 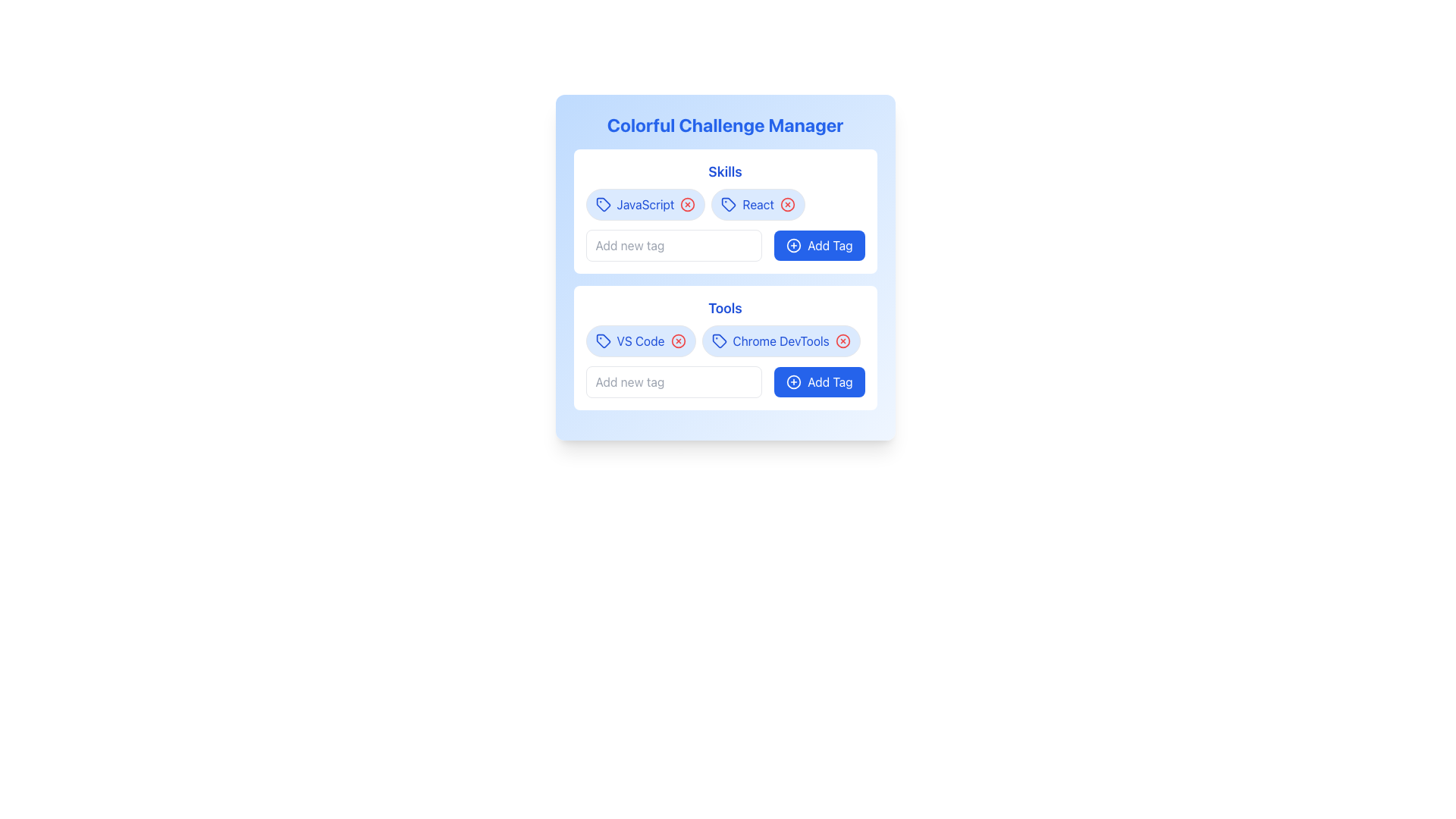 What do you see at coordinates (724, 245) in the screenshot?
I see `the text input field of the Composite component for adding new tags in the 'Skills' section` at bounding box center [724, 245].